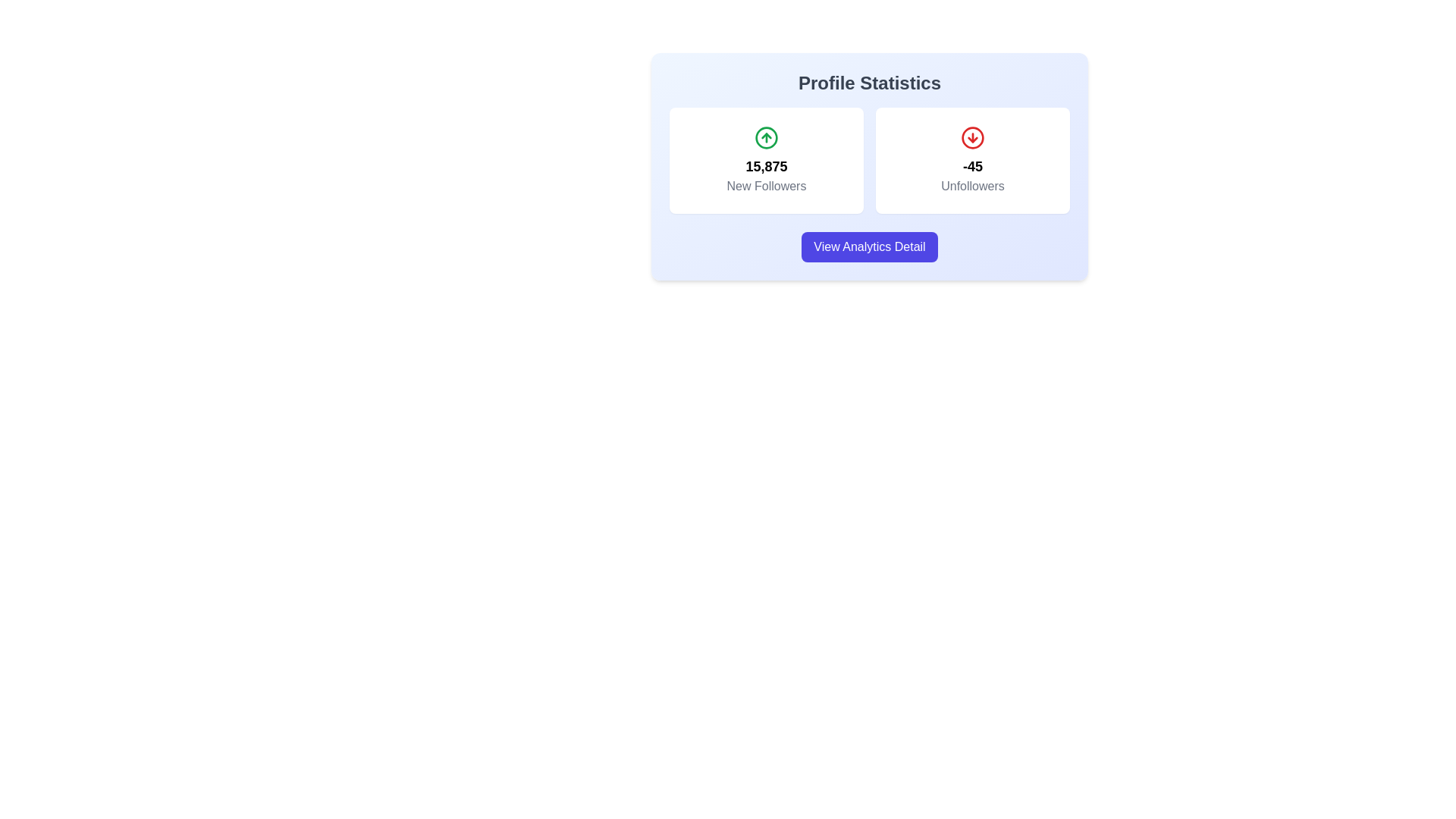 This screenshot has height=819, width=1456. I want to click on the 'Unfollowers' icon, which is a circular icon with a downward arrow in a red boundary, located in the right column of the 'Profile Statistics' section, so click(972, 137).